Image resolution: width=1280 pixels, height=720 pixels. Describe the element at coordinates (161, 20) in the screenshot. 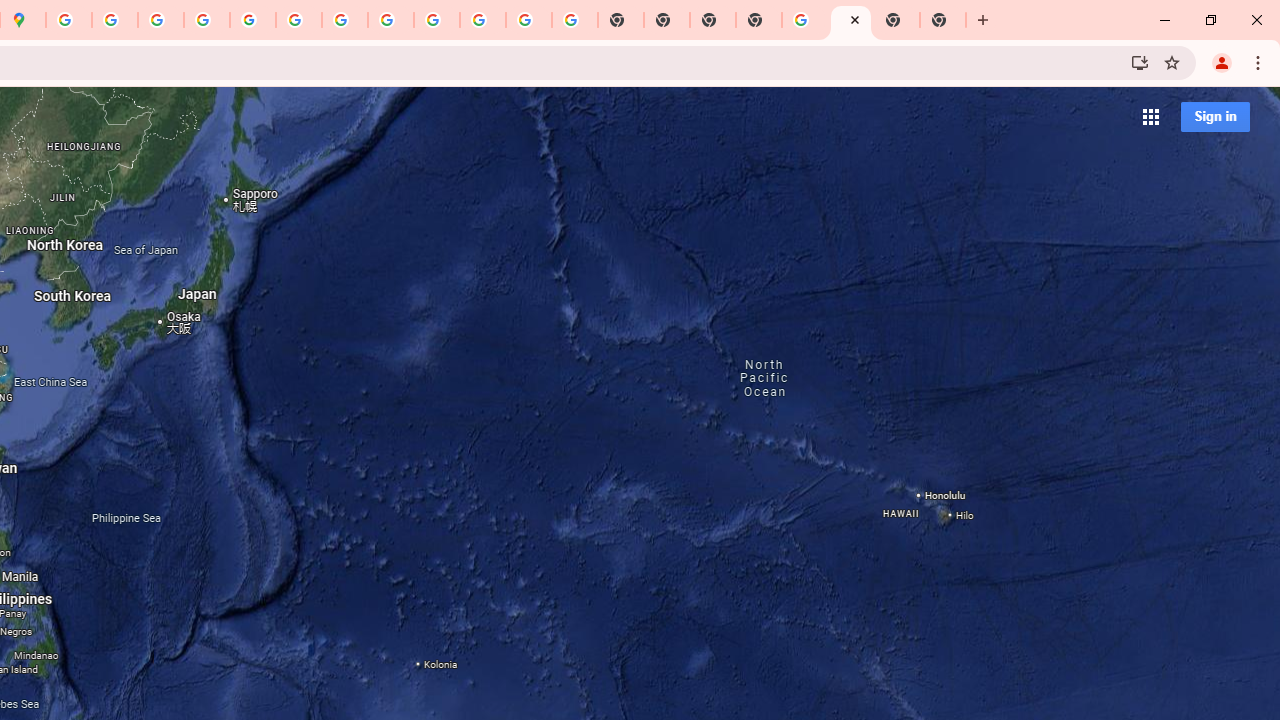

I see `'Privacy Help Center - Policies Help'` at that location.